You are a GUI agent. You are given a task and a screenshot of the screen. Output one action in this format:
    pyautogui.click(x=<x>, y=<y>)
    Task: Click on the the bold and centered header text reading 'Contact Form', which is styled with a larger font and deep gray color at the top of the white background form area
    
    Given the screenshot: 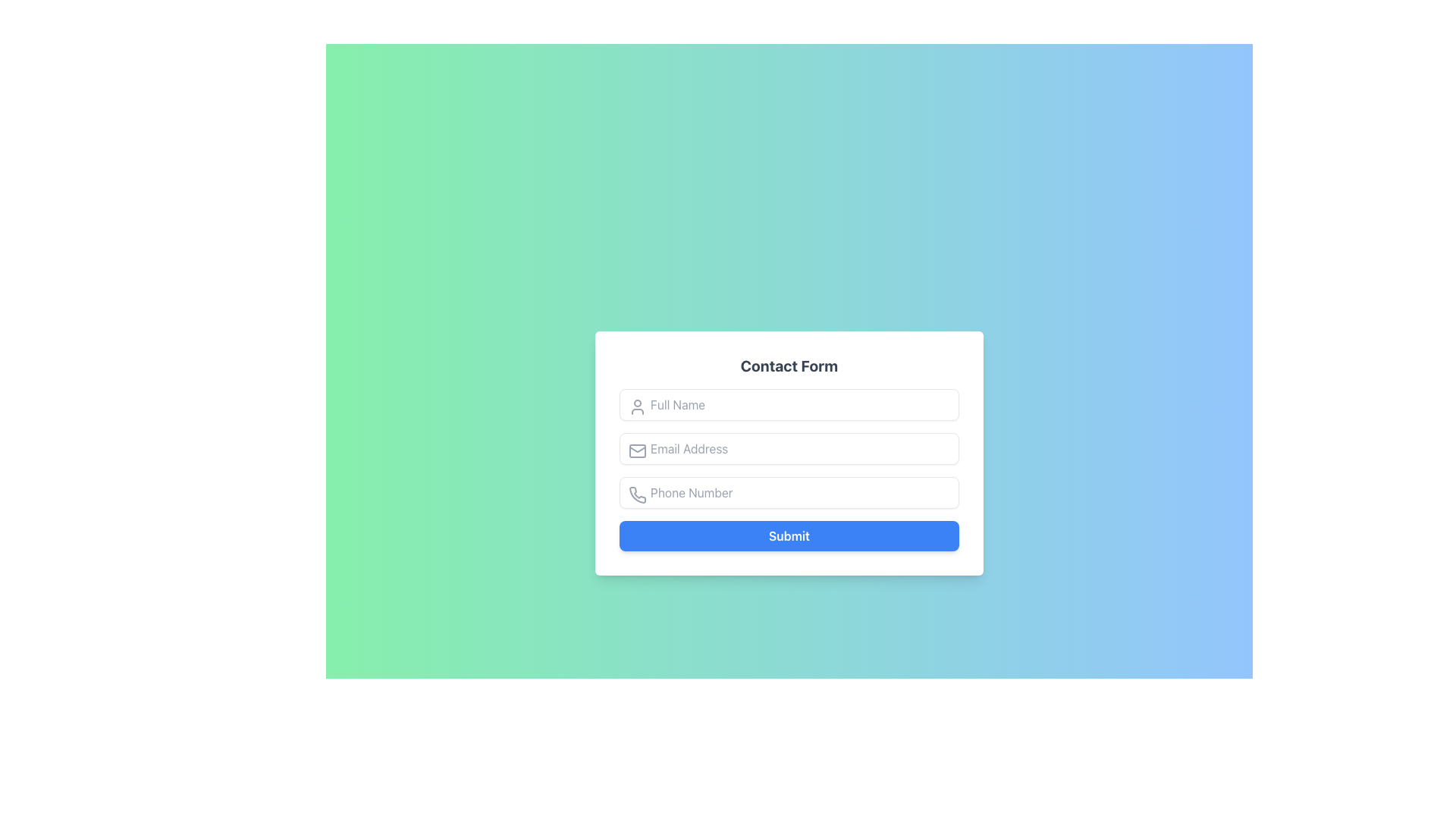 What is the action you would take?
    pyautogui.click(x=789, y=366)
    